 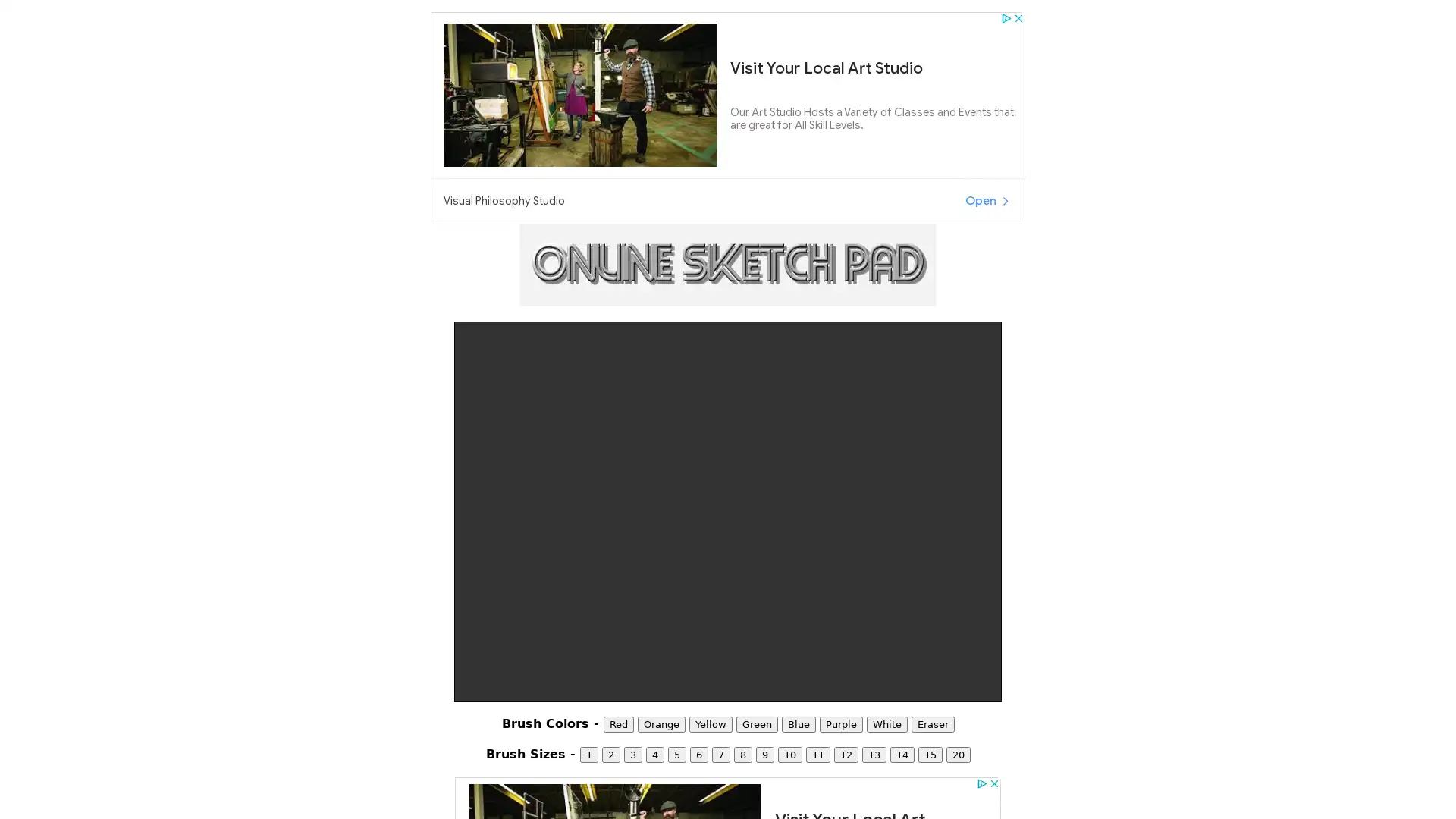 What do you see at coordinates (661, 723) in the screenshot?
I see `Orange` at bounding box center [661, 723].